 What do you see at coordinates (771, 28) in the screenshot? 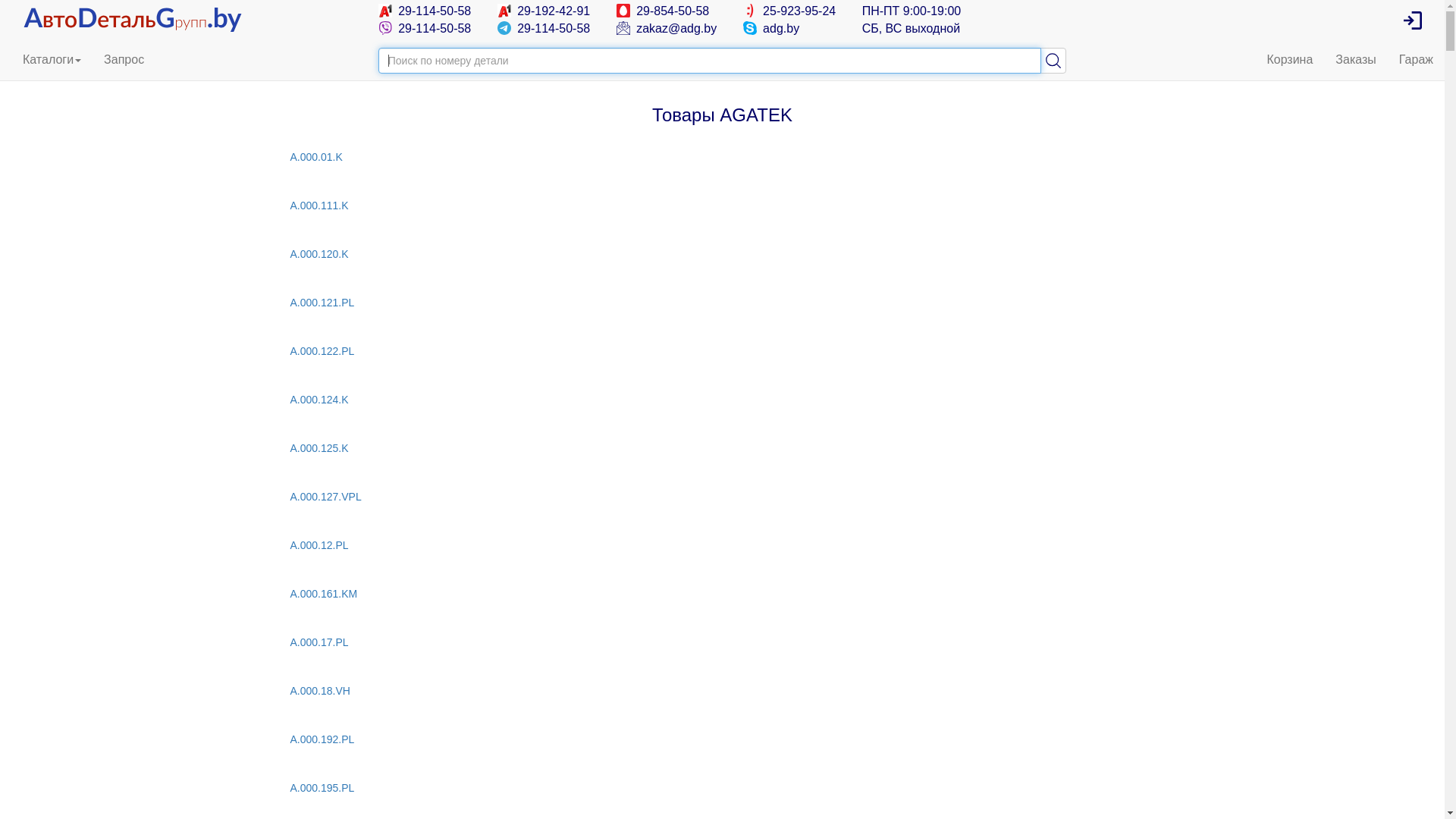
I see `'adg.by'` at bounding box center [771, 28].